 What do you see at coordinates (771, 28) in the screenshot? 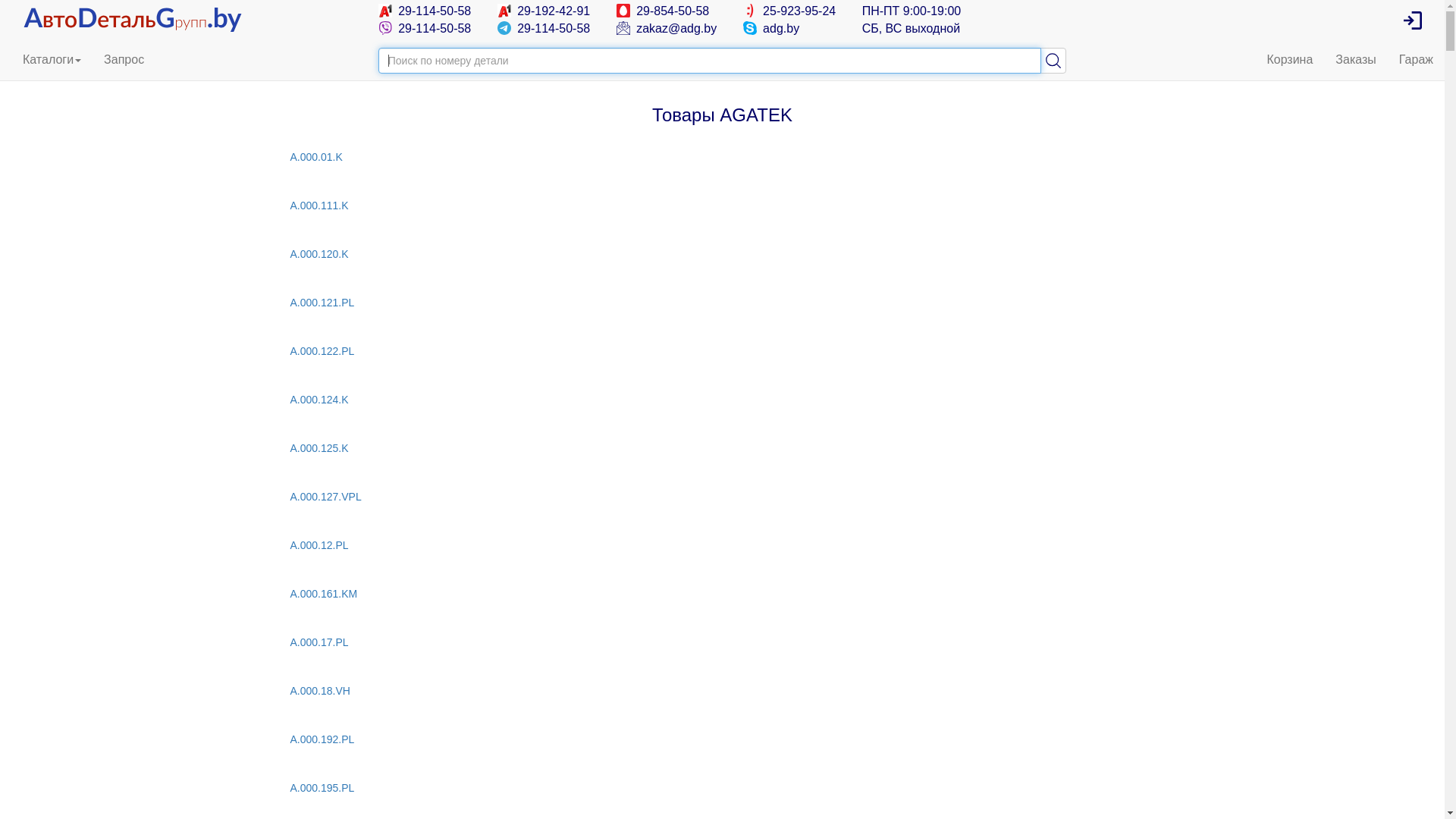
I see `'adg.by'` at bounding box center [771, 28].